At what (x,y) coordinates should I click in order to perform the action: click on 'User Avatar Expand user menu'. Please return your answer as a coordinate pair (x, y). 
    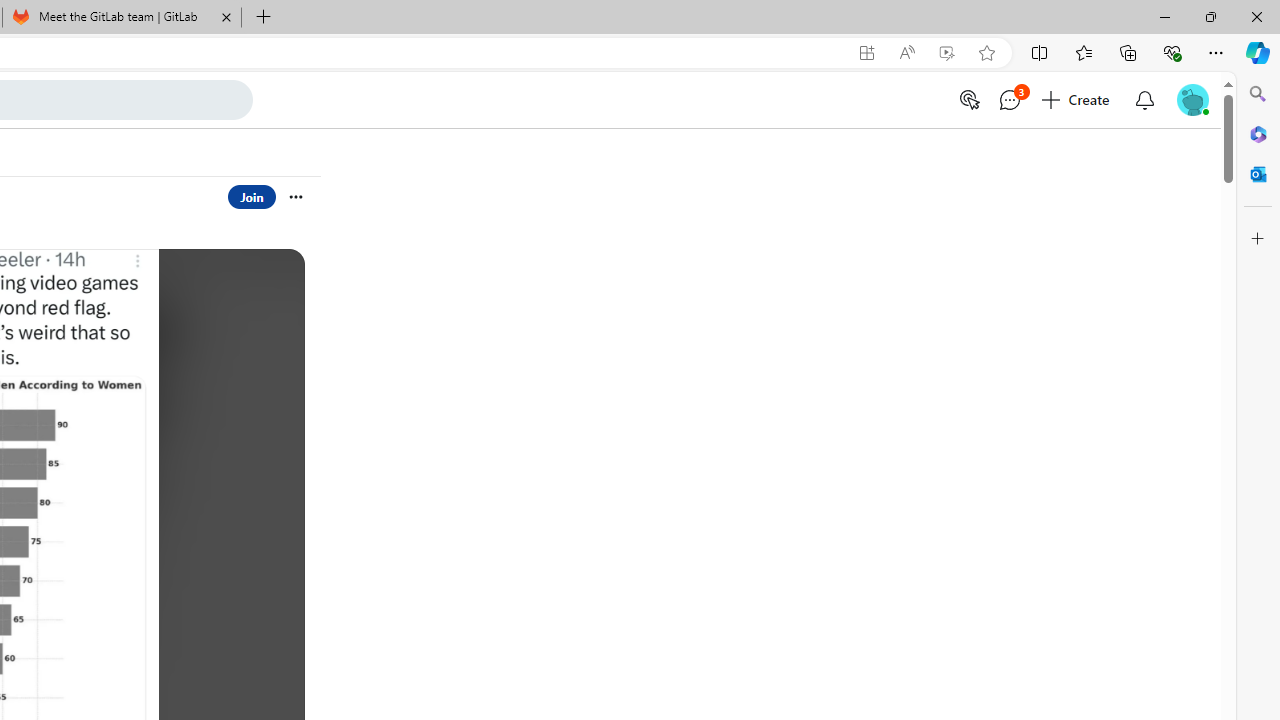
    Looking at the image, I should click on (1192, 99).